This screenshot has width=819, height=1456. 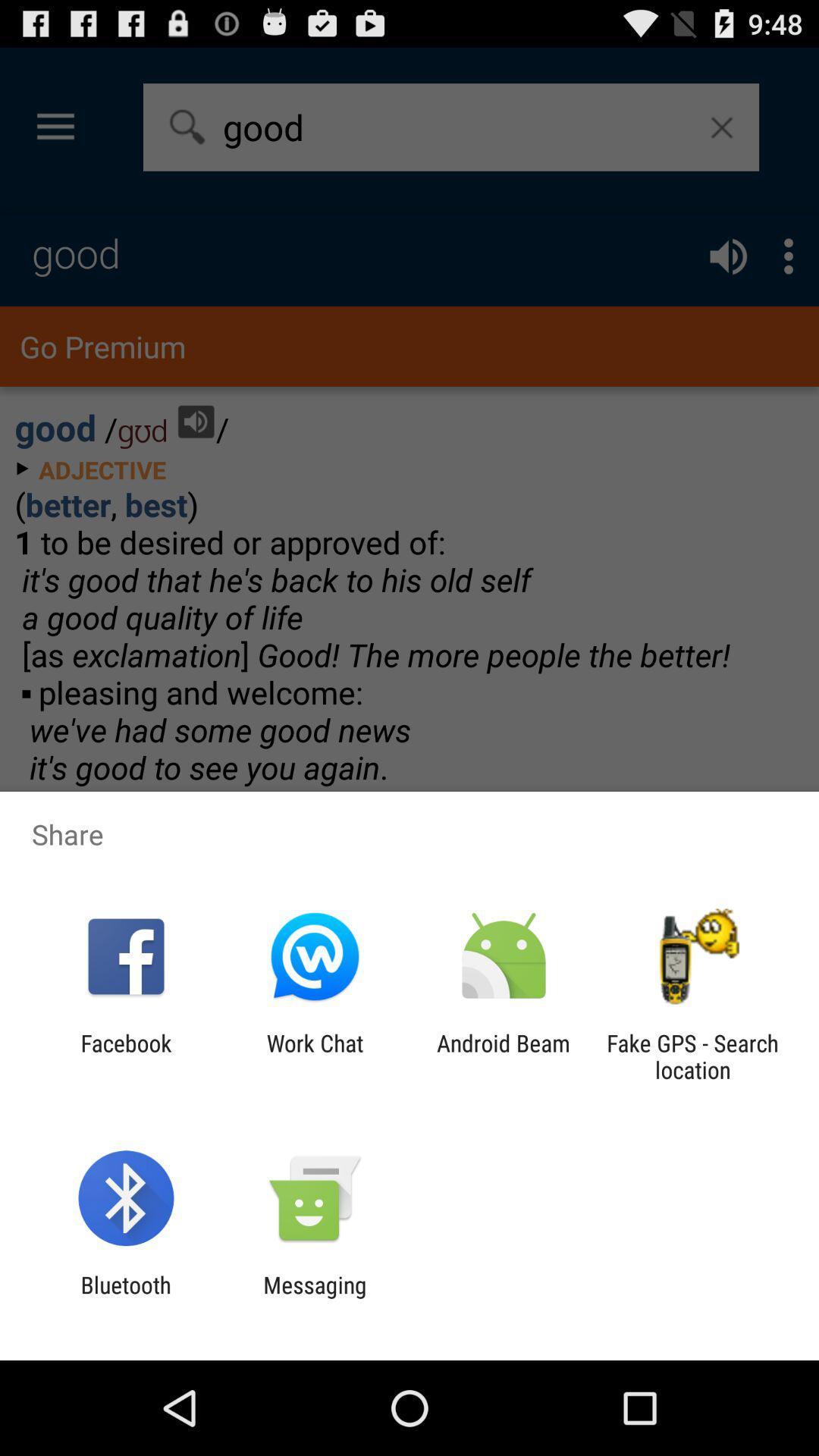 What do you see at coordinates (314, 1056) in the screenshot?
I see `the item to the right of the facebook` at bounding box center [314, 1056].